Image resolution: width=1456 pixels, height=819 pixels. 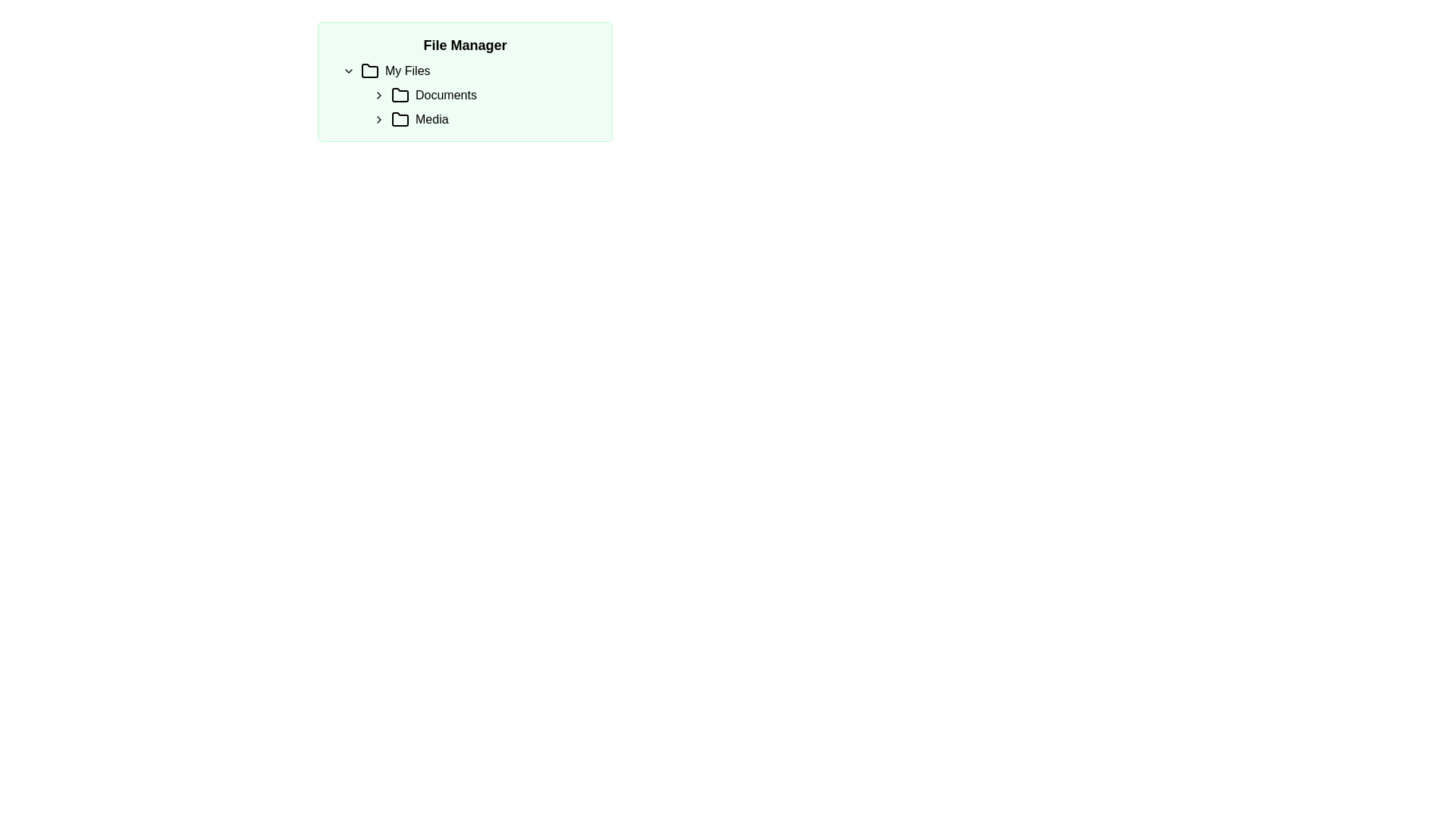 What do you see at coordinates (395, 71) in the screenshot?
I see `the 'My Files' Text and Icon Label element, which consists of a folder icon followed by the text in bold styling, located under the 'File Manager' header as the first item in the expandable folders list` at bounding box center [395, 71].